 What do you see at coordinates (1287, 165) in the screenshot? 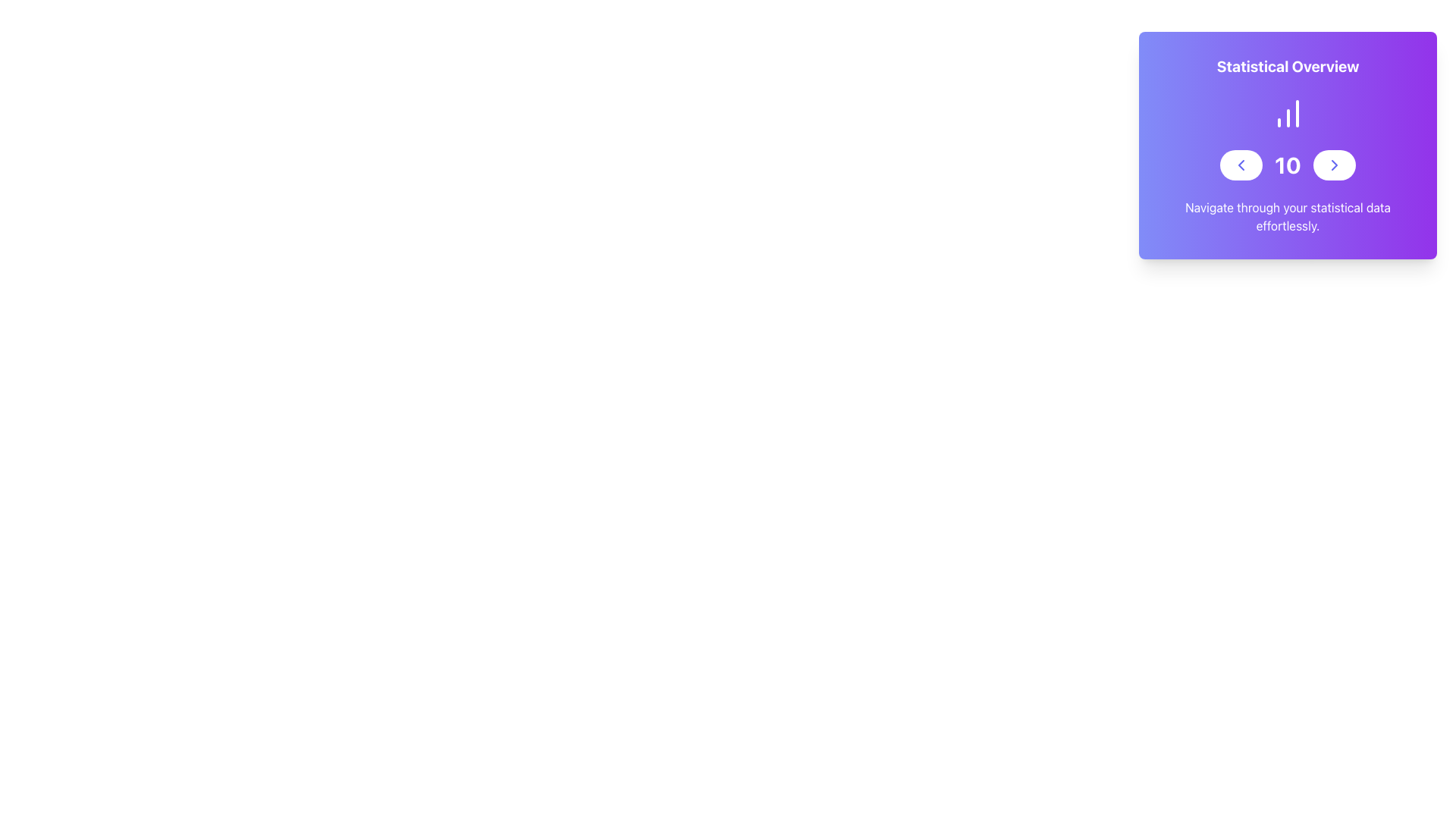
I see `the text element displaying the number '10', which is styled in a large, bold white typeface against a purple background` at bounding box center [1287, 165].